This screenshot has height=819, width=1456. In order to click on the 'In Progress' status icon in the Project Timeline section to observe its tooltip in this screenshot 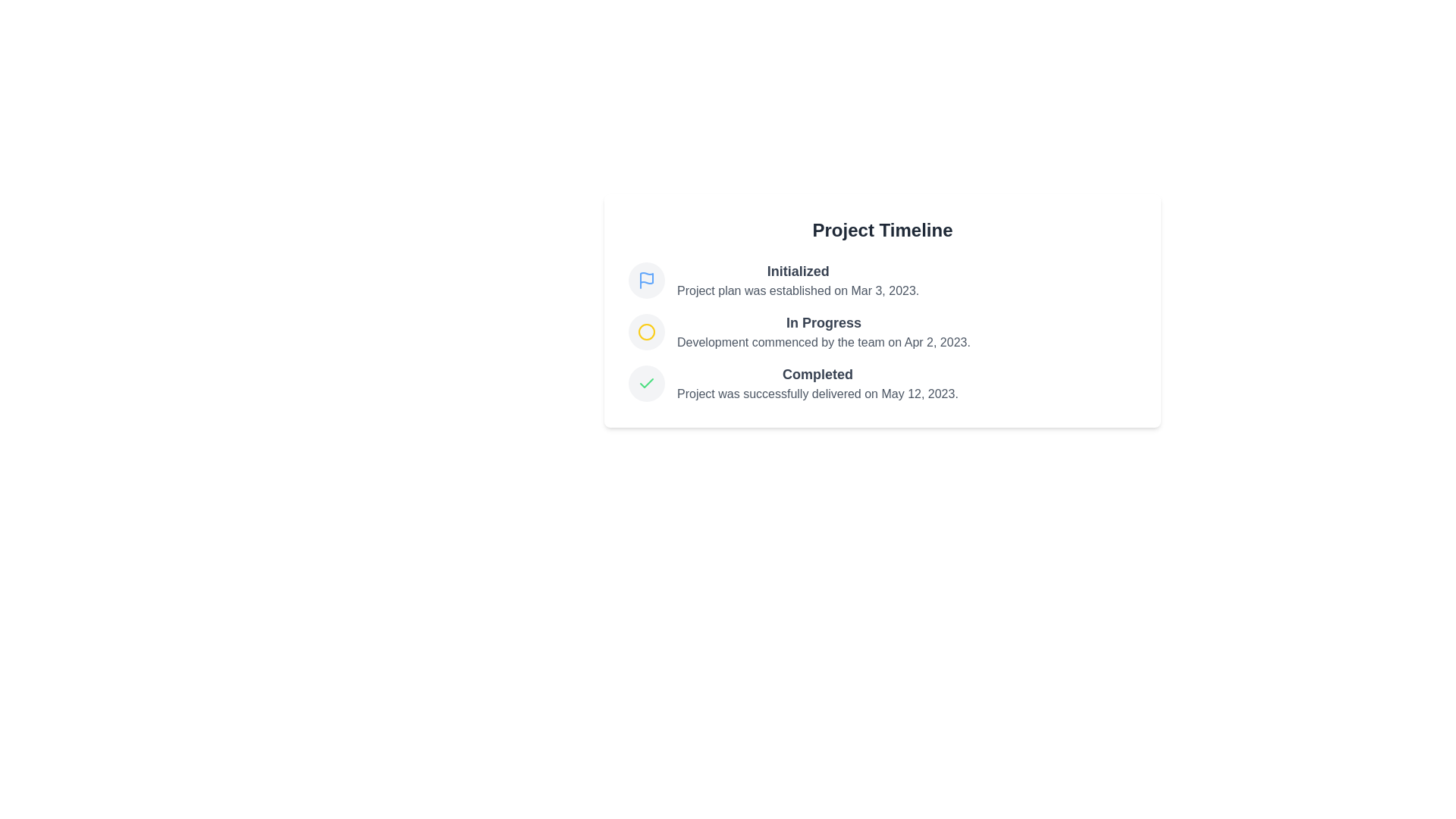, I will do `click(647, 331)`.